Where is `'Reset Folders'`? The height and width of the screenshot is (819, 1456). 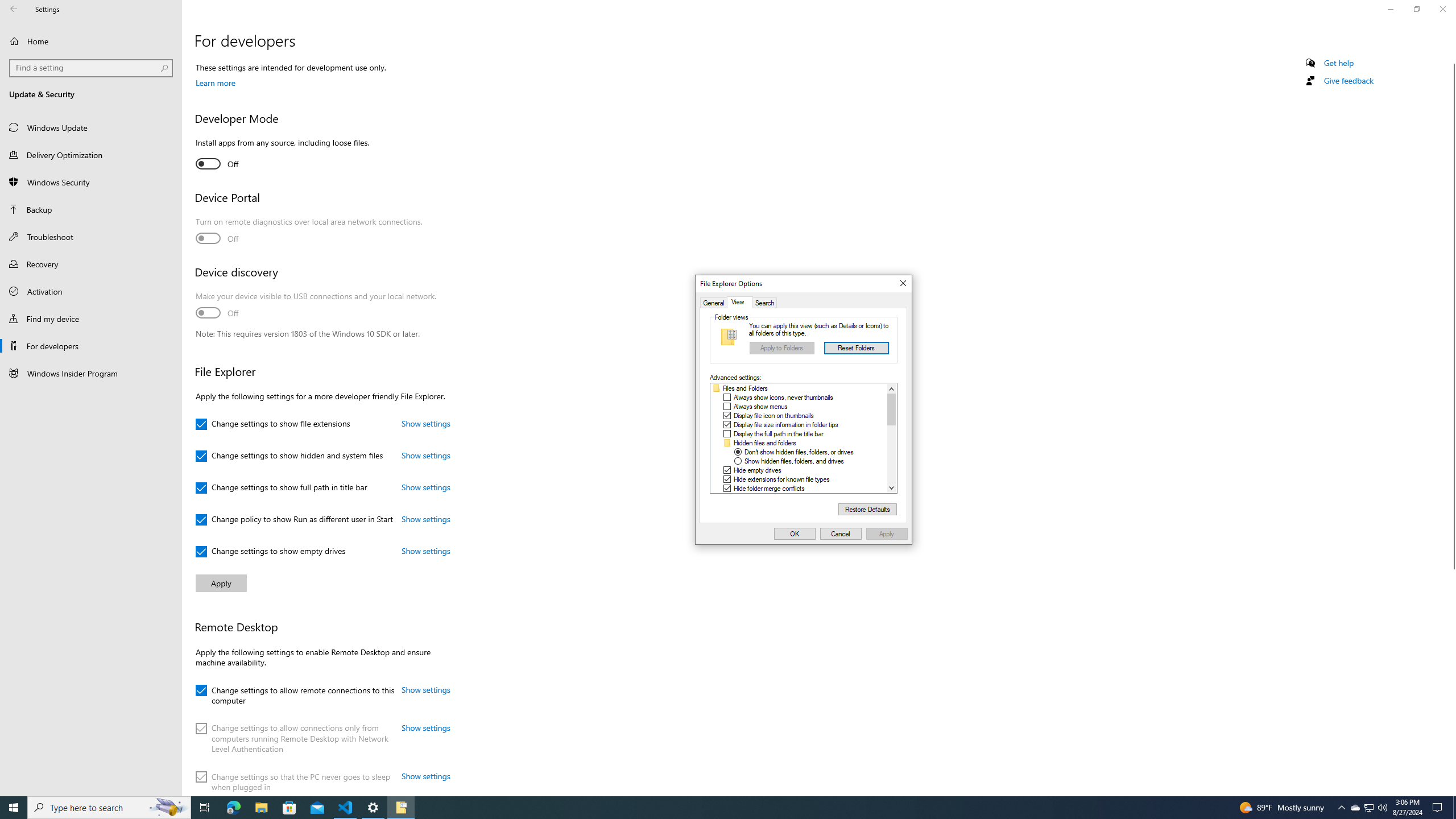 'Reset Folders' is located at coordinates (856, 348).